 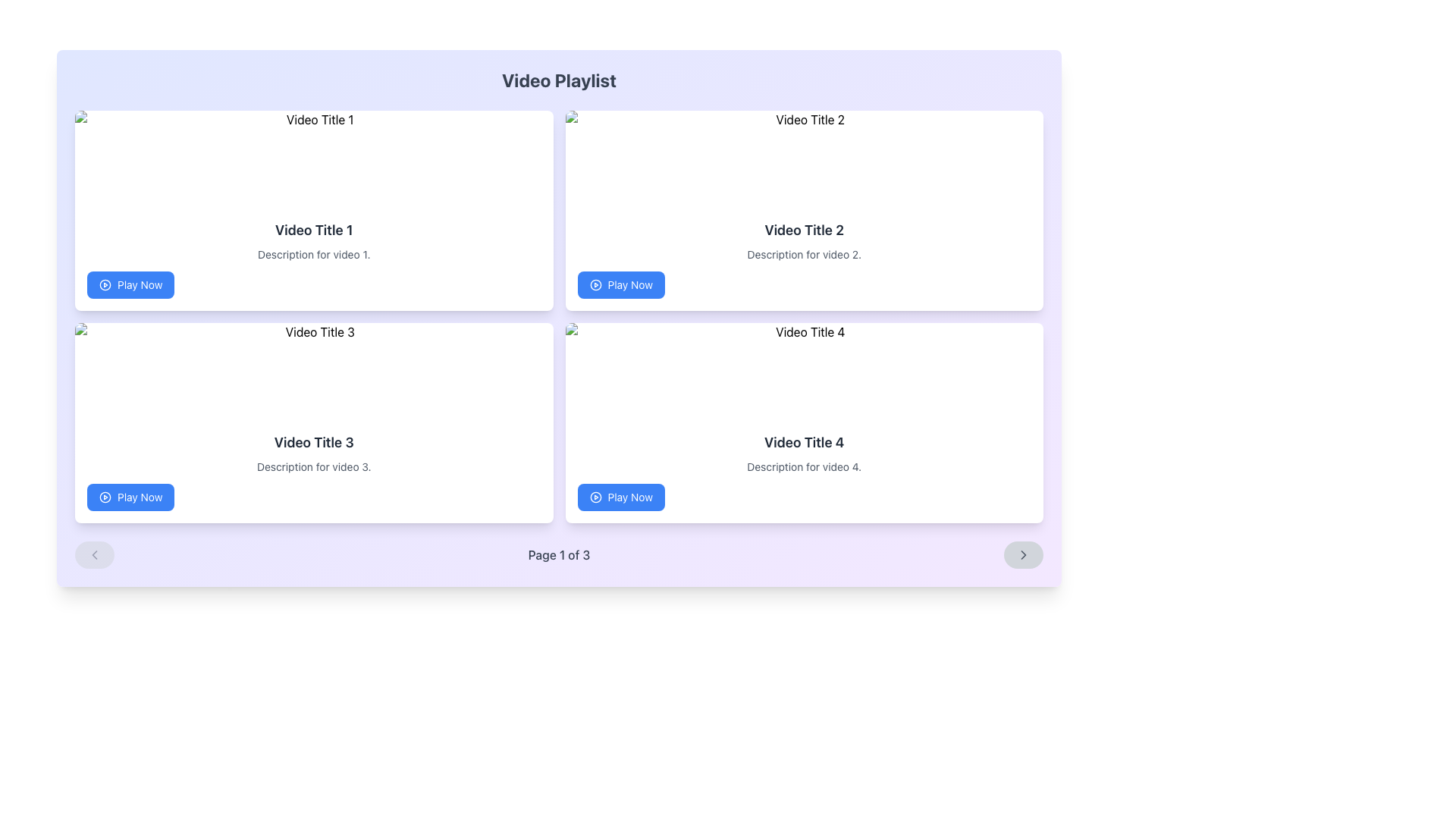 I want to click on the image thumbnail for 'Video Title 3', so click(x=313, y=371).